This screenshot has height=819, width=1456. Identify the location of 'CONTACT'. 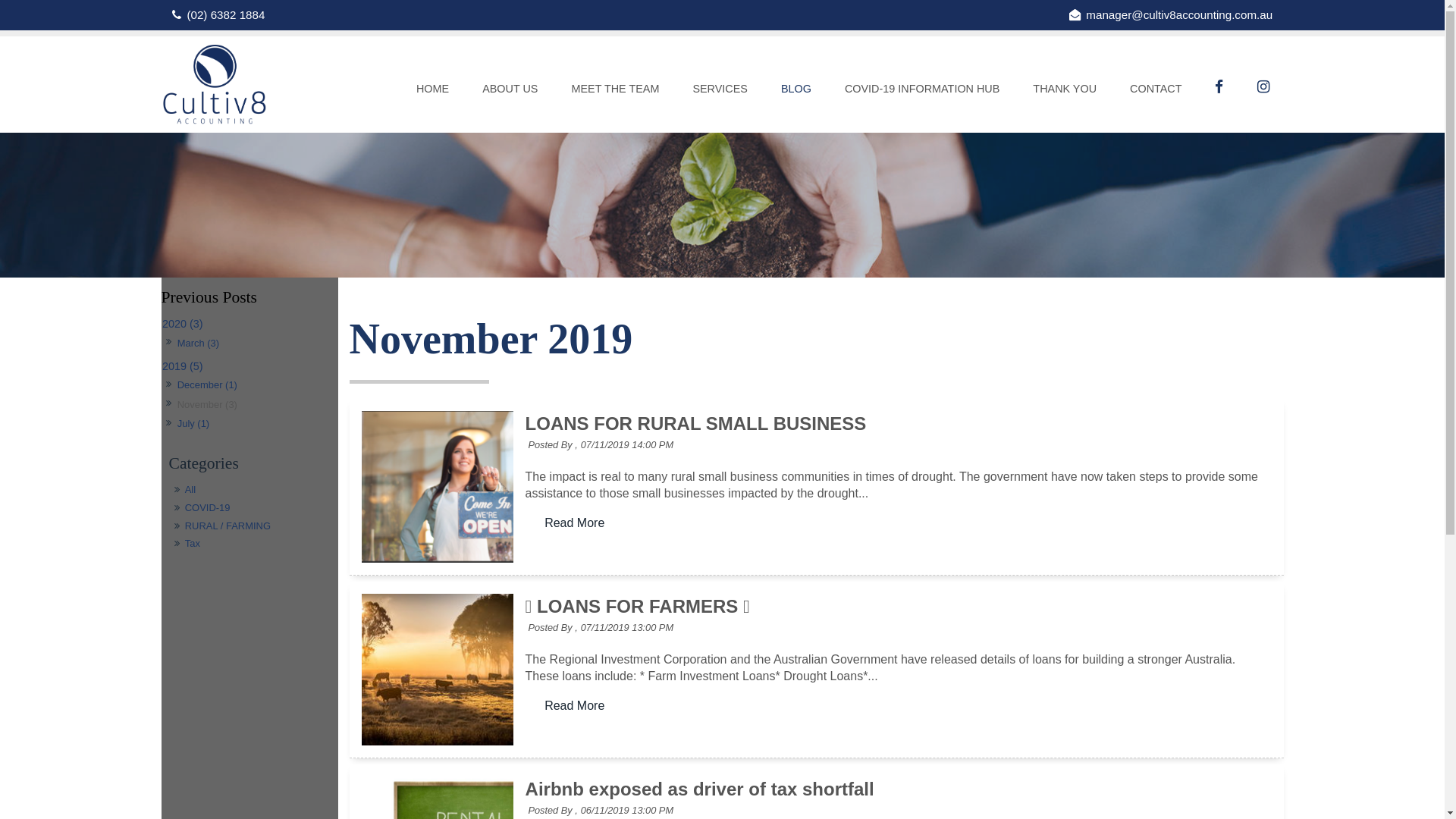
(1154, 90).